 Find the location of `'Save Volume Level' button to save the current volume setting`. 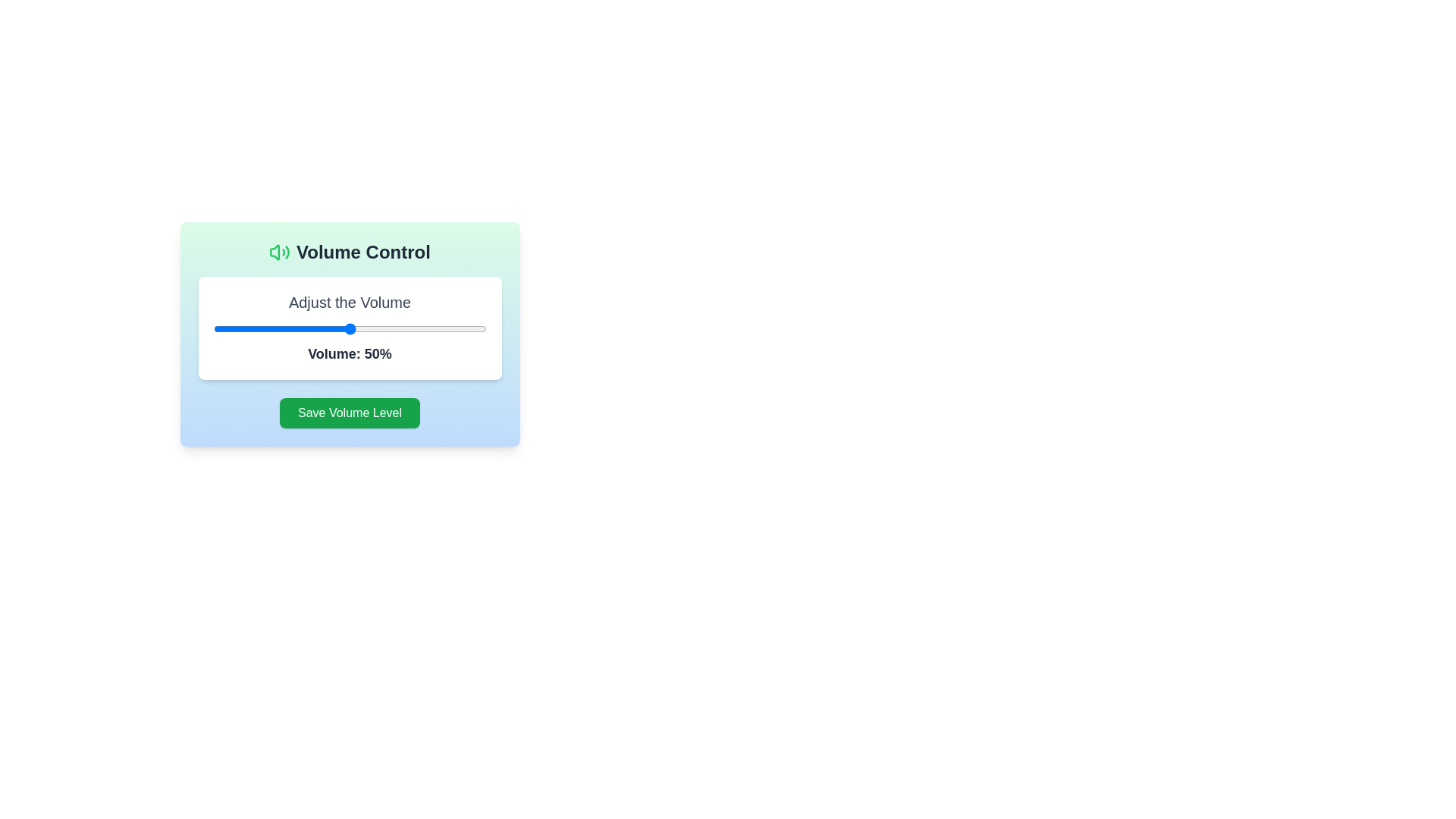

'Save Volume Level' button to save the current volume setting is located at coordinates (349, 413).